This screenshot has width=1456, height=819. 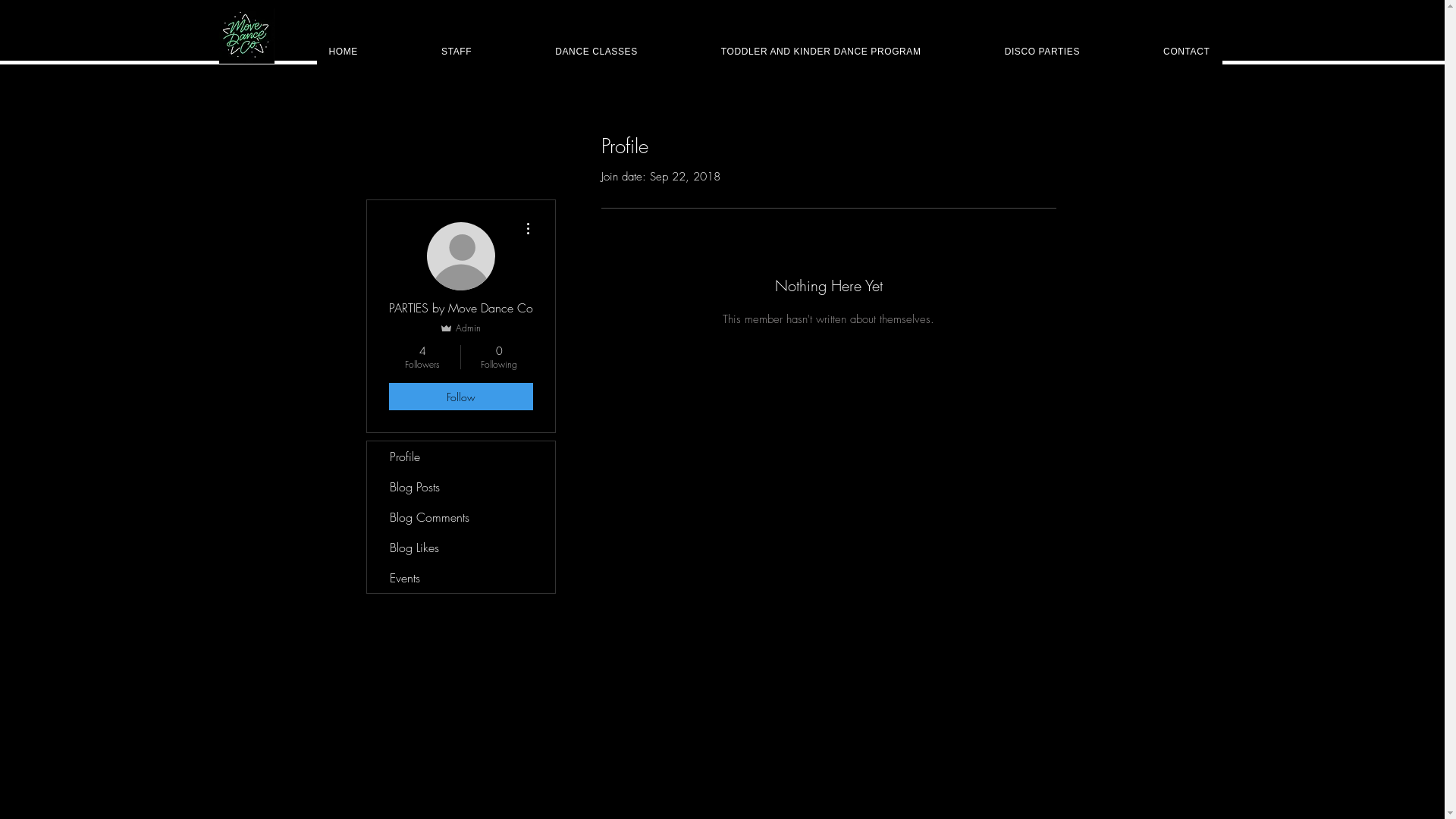 I want to click on 'Follow', so click(x=459, y=396).